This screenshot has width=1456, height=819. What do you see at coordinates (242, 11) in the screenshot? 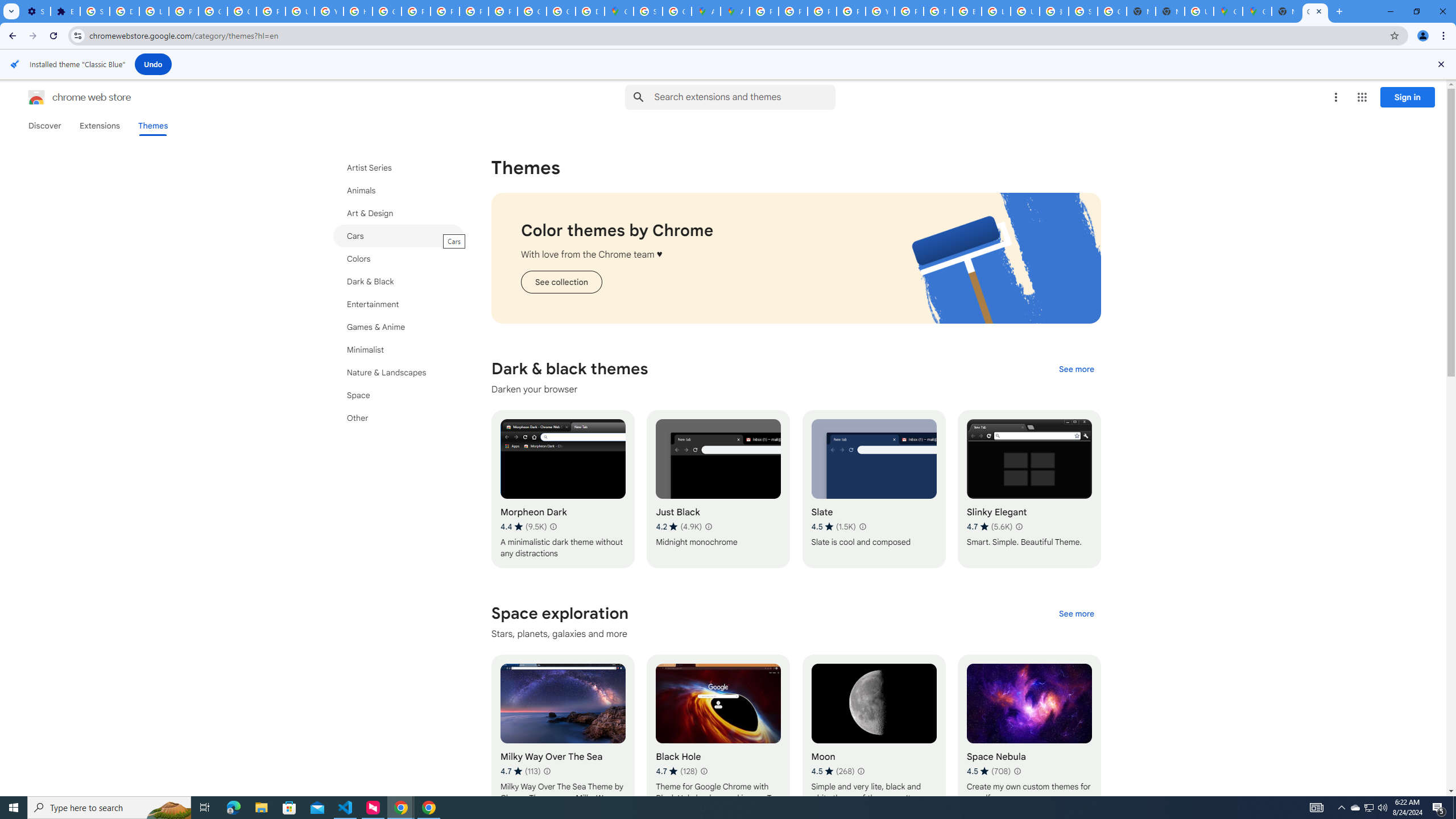
I see `'Google Account Help'` at bounding box center [242, 11].